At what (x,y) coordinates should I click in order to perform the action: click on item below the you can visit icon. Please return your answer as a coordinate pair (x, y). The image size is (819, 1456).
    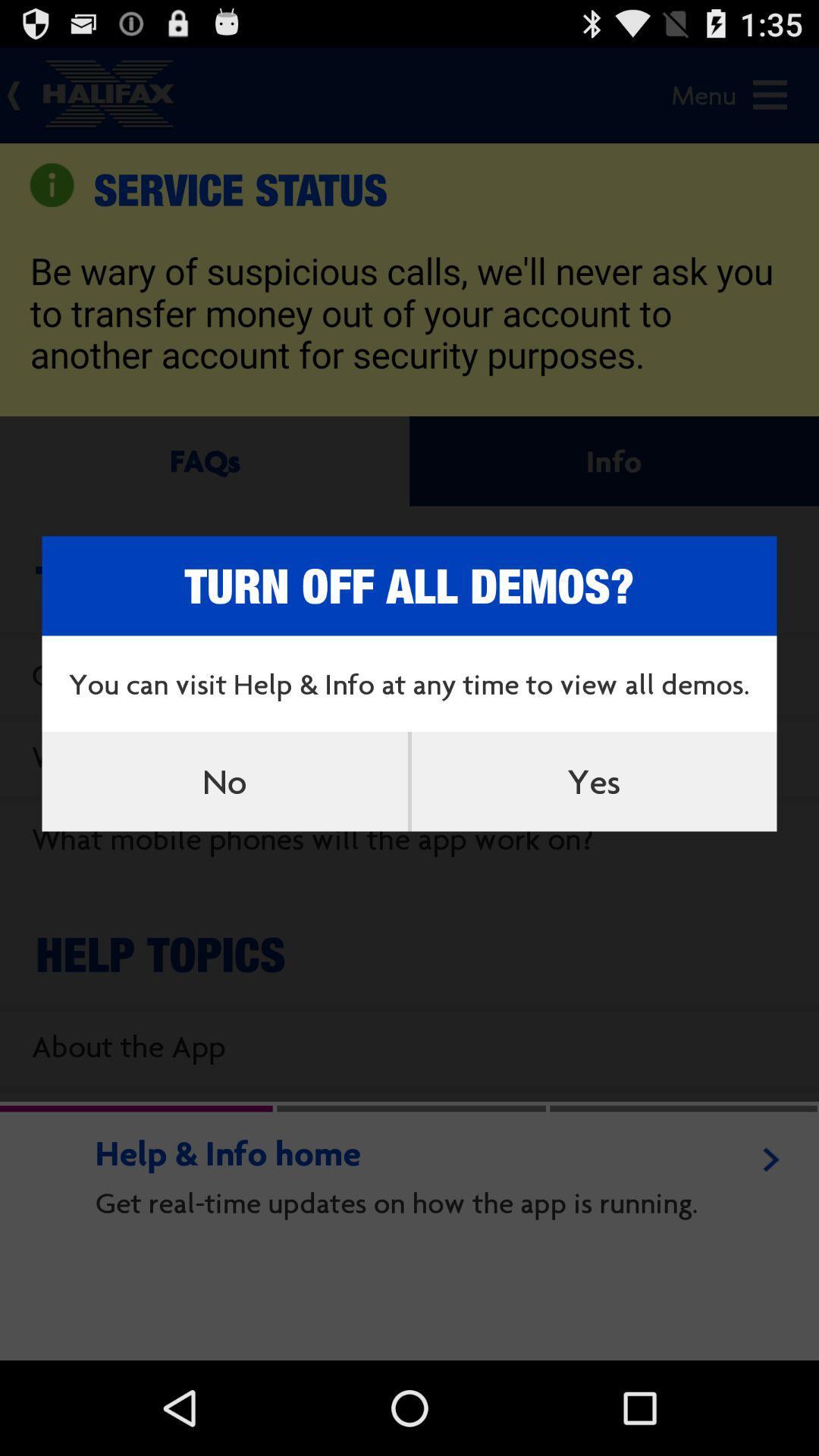
    Looking at the image, I should click on (593, 781).